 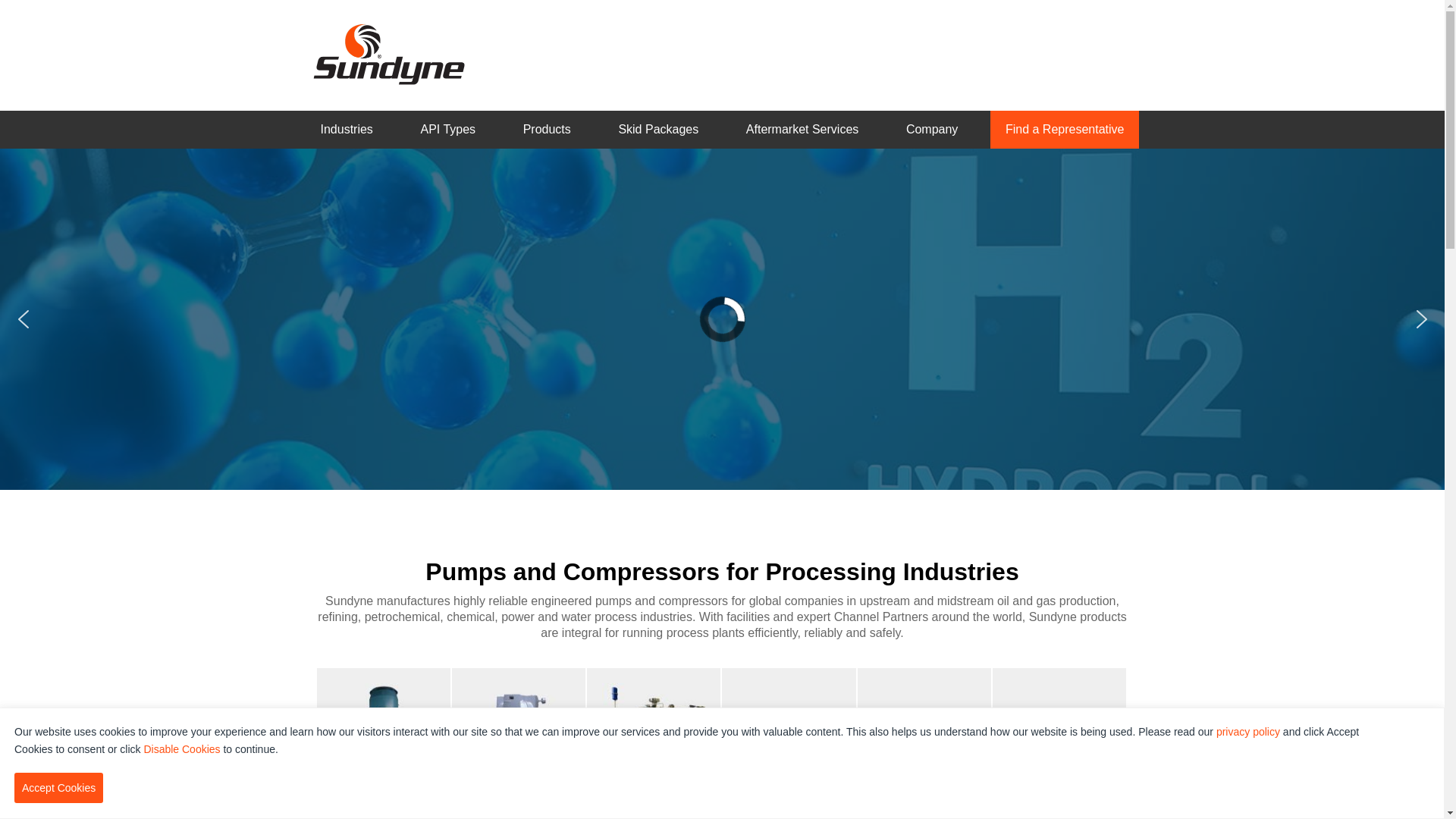 I want to click on 'API Types', so click(x=447, y=129).